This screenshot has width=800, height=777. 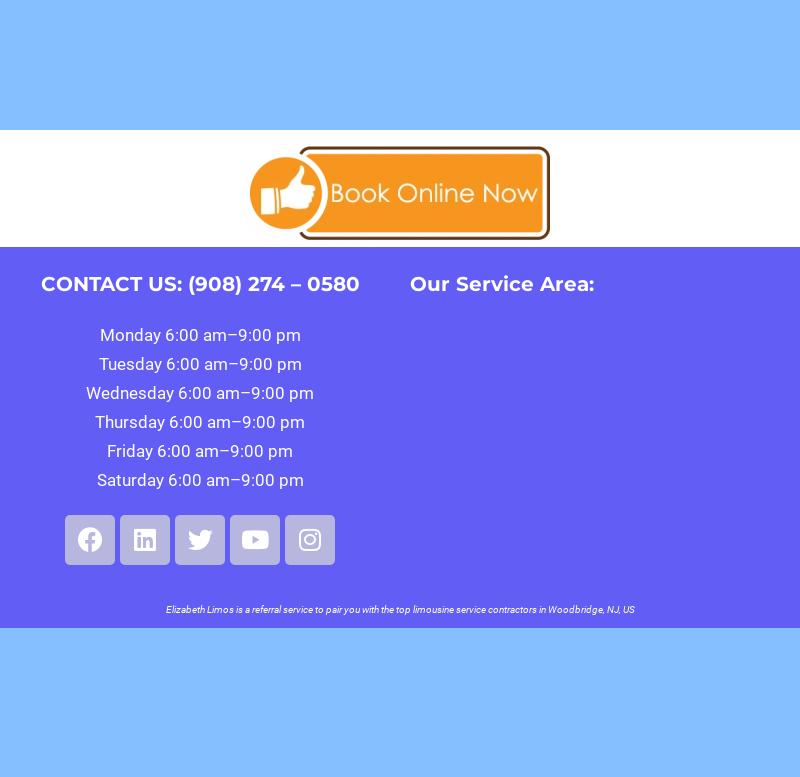 I want to click on 'Our Service Area:', so click(x=500, y=282).